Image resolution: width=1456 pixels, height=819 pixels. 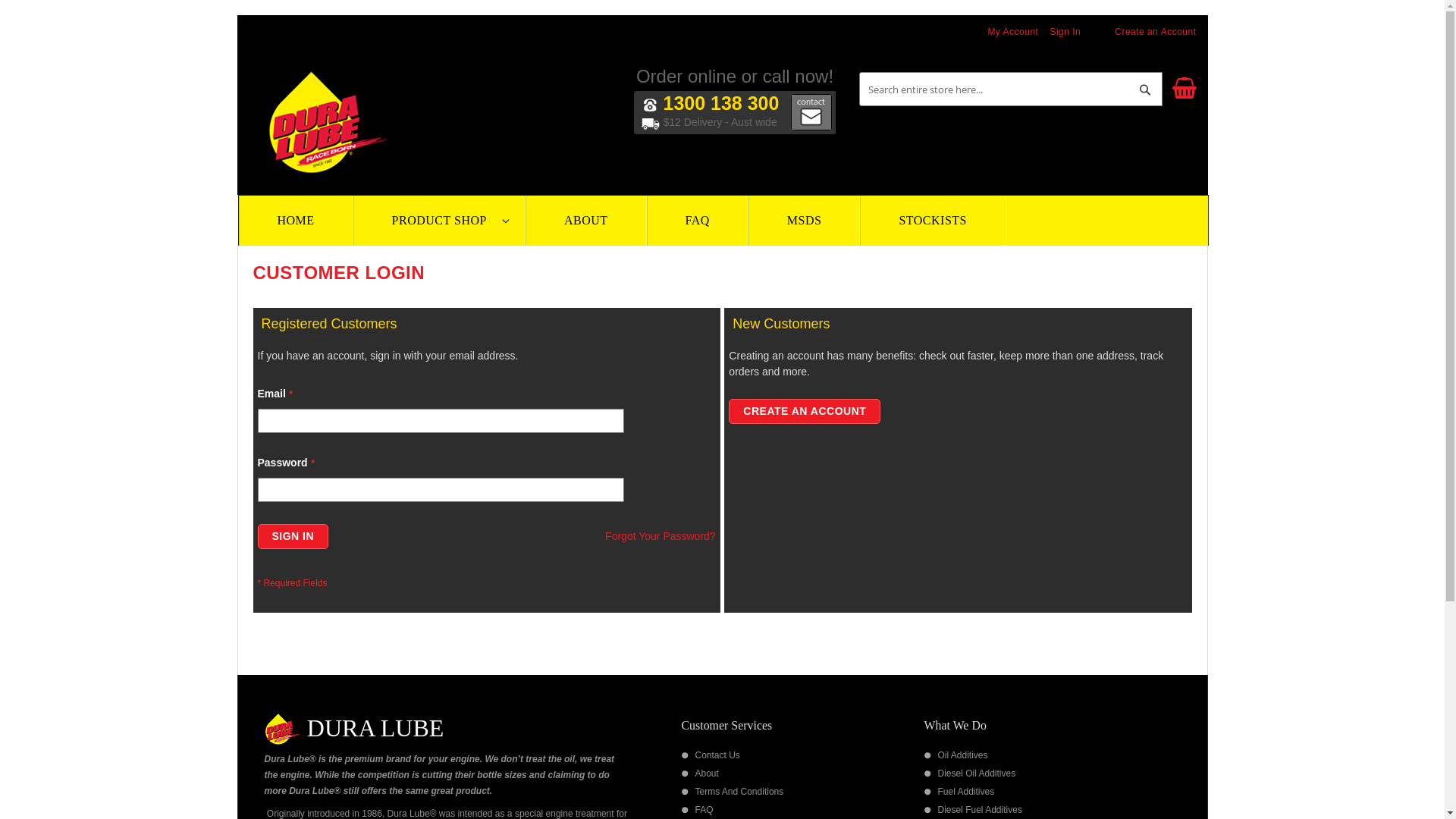 I want to click on 'CREATE AN ACCOUNT', so click(x=803, y=411).